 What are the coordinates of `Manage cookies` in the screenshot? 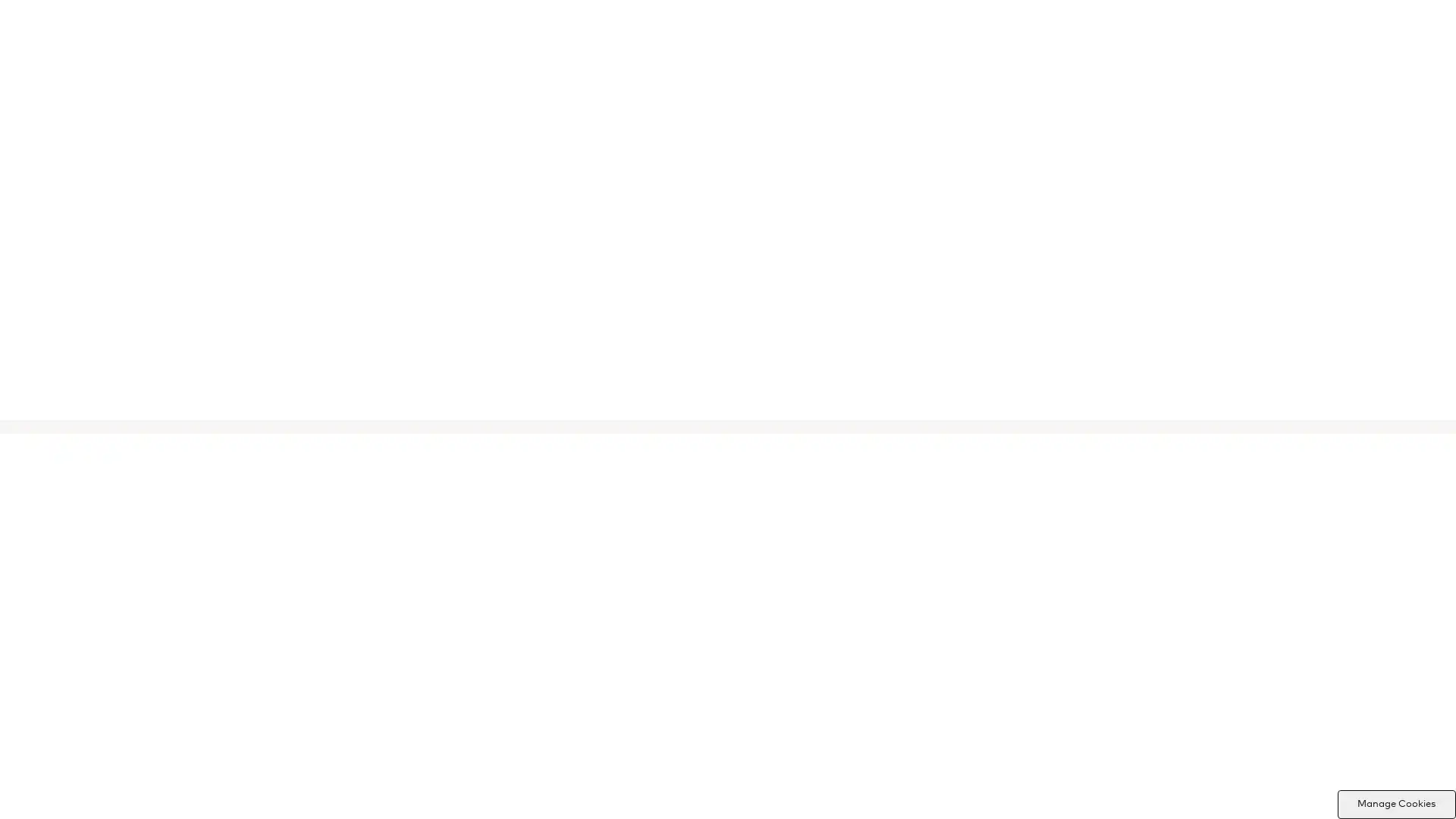 It's located at (662, 519).